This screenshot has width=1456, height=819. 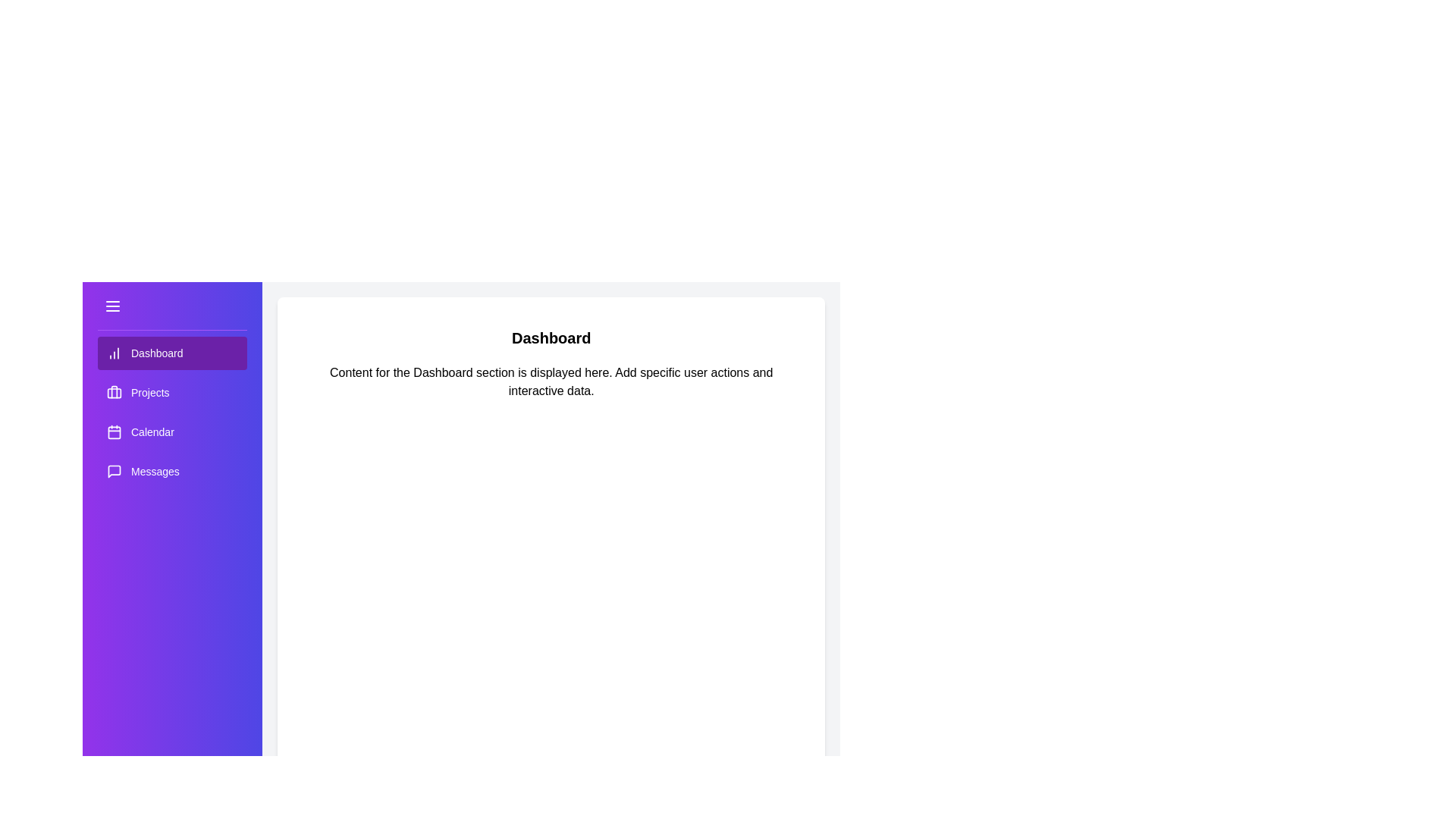 I want to click on the menu item Projects to highlight it, so click(x=171, y=391).